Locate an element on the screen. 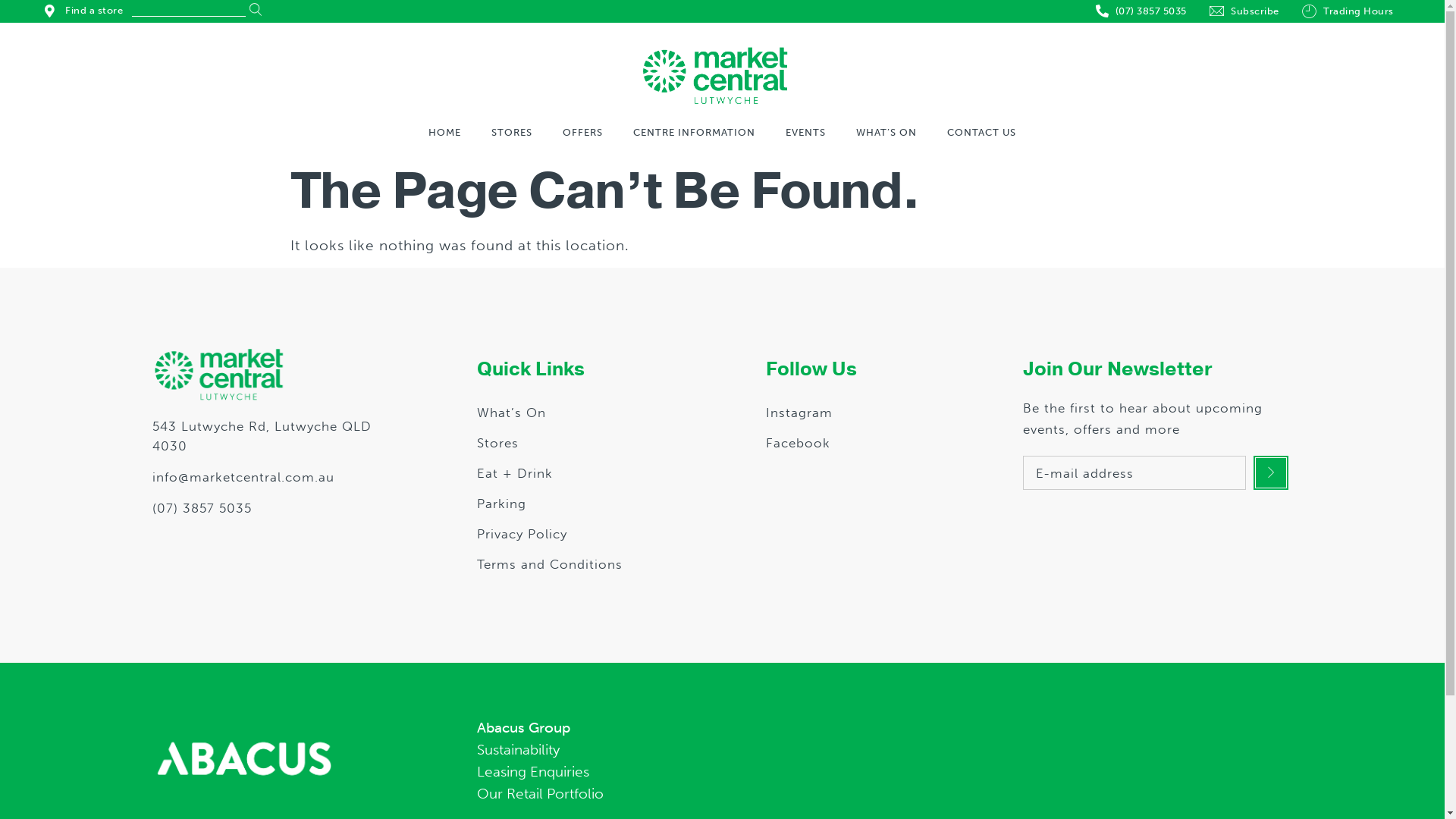 The image size is (1456, 819). 'info@marketcentral.com.au' is located at coordinates (152, 476).